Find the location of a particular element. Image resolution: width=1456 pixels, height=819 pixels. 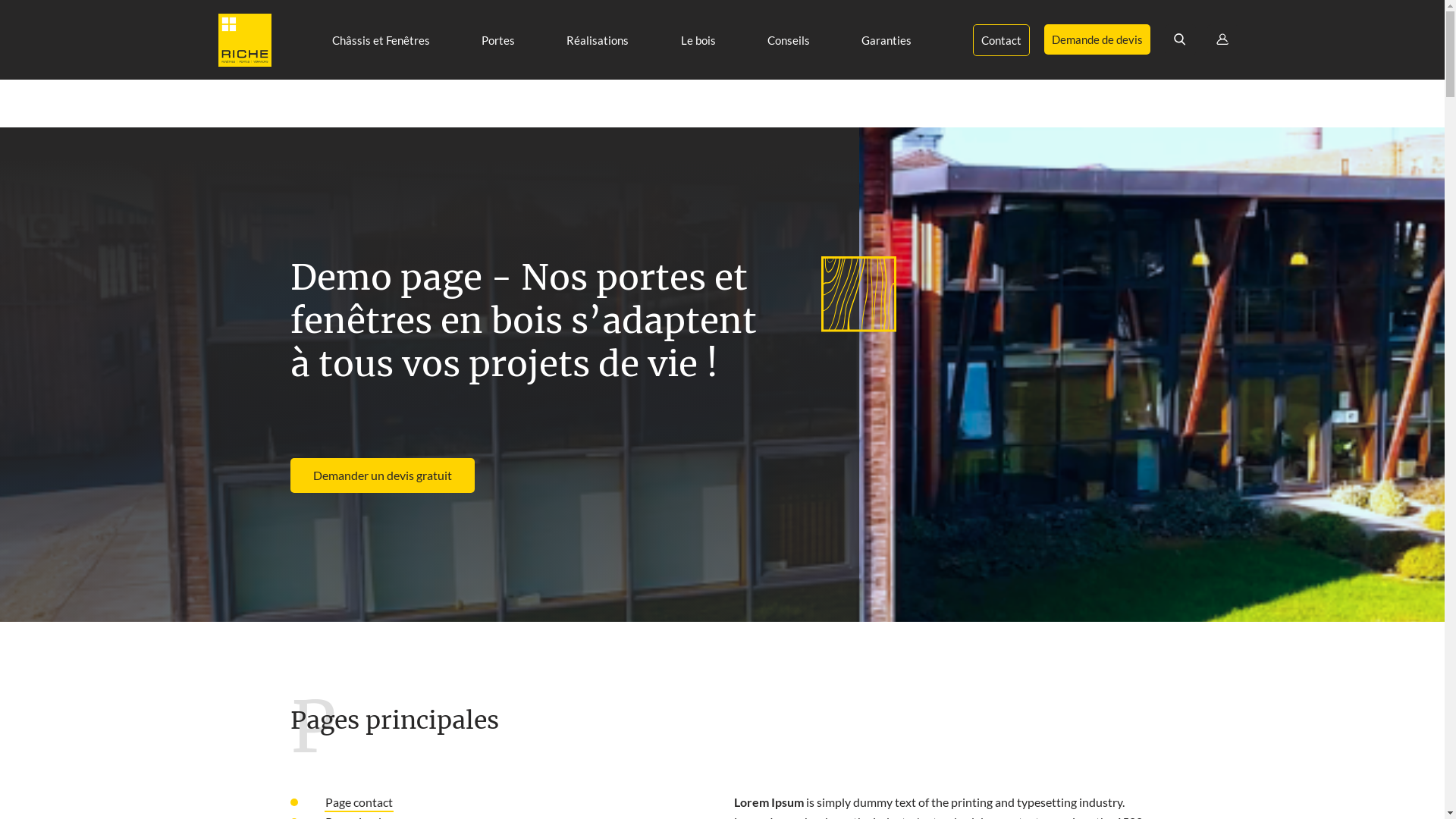

'Demande de devis' is located at coordinates (1043, 38).